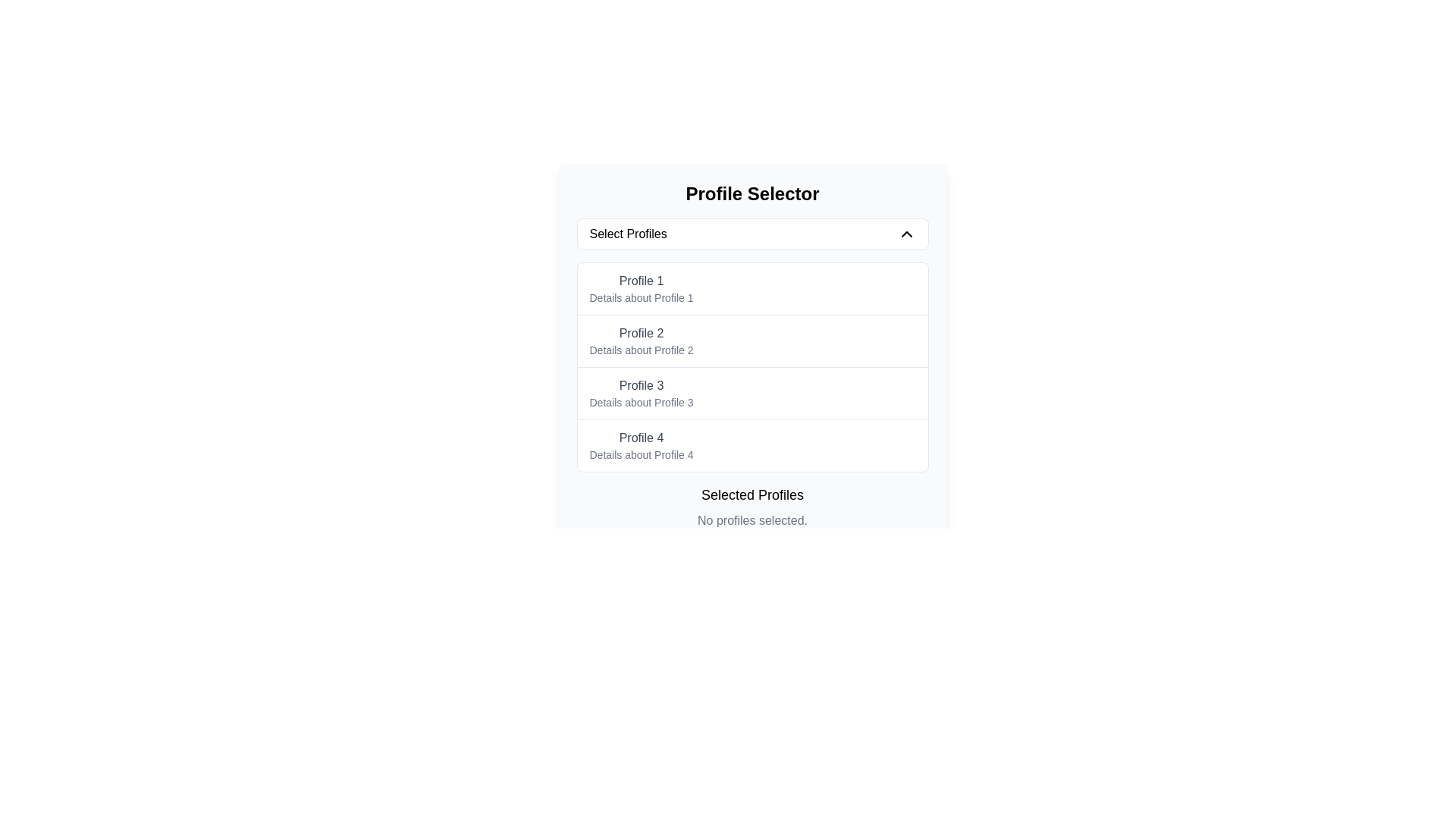 Image resolution: width=1456 pixels, height=819 pixels. What do you see at coordinates (752, 340) in the screenshot?
I see `the list item labeled 'Profile 2'` at bounding box center [752, 340].